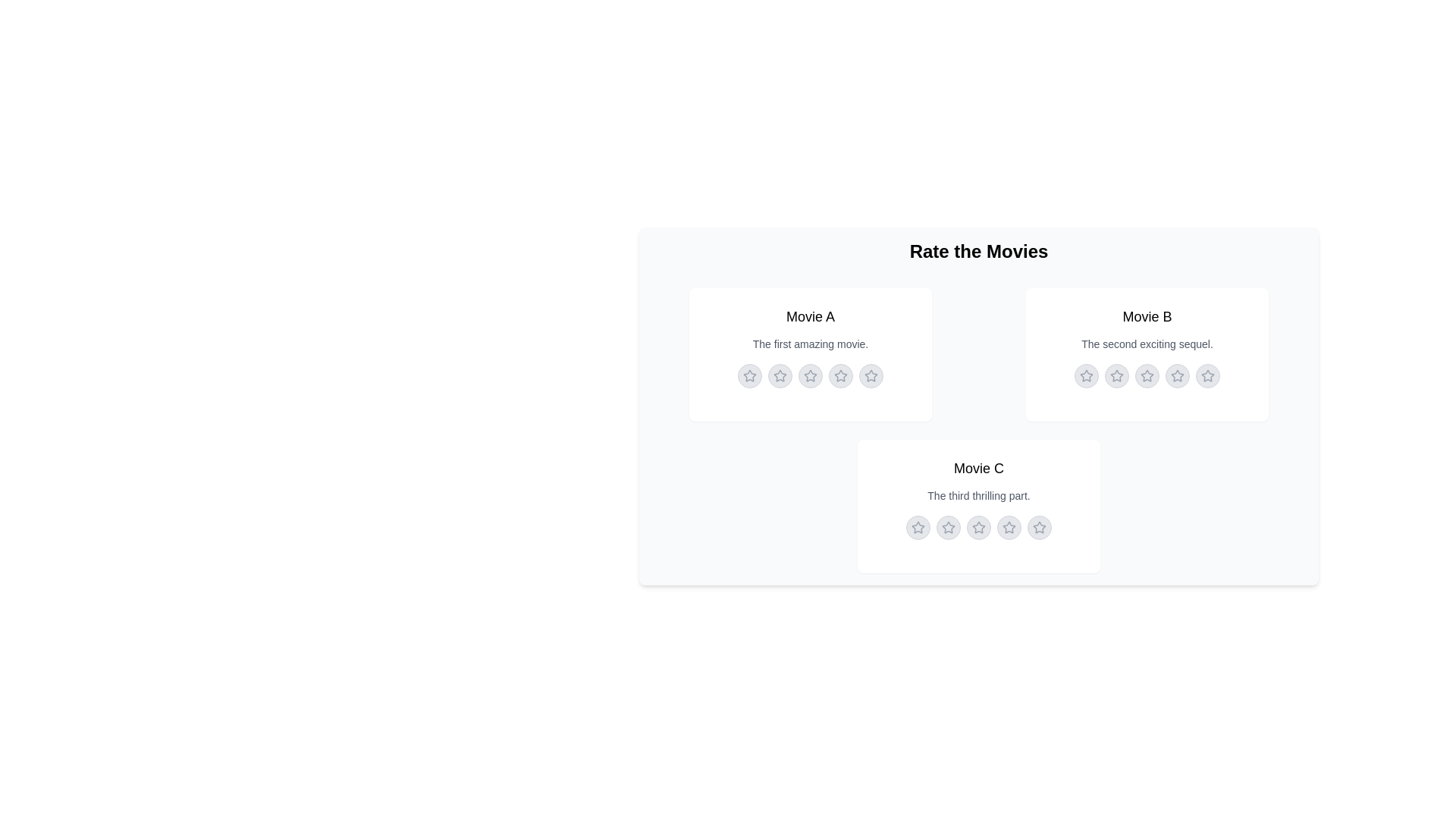 The height and width of the screenshot is (819, 1456). I want to click on the first star rating icon located under 'Movie A', so click(749, 375).